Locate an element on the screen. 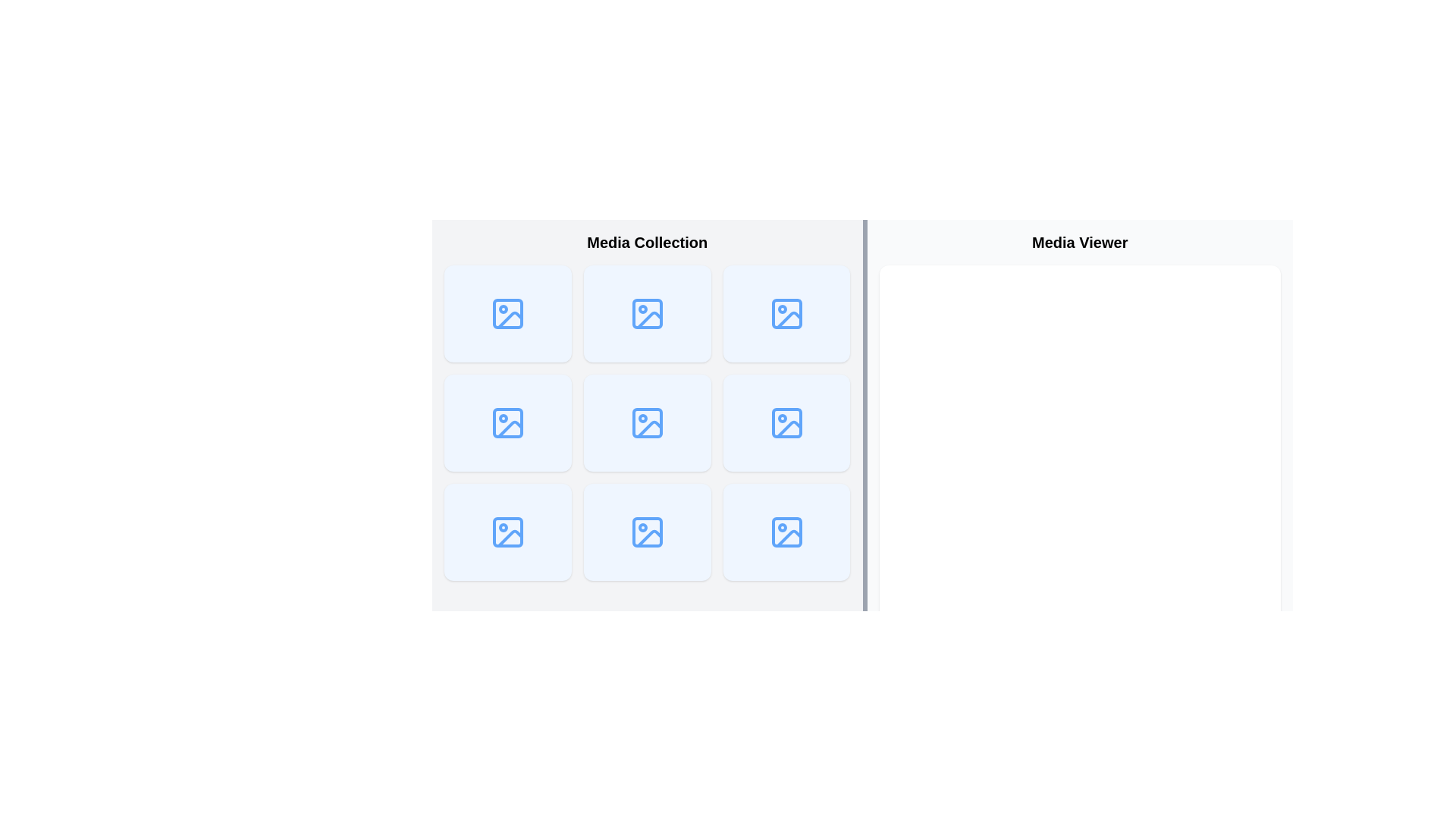  the selectable tile located at the bottom-left corner of a 3x3 grid layout, which serves as the last element is located at coordinates (507, 532).